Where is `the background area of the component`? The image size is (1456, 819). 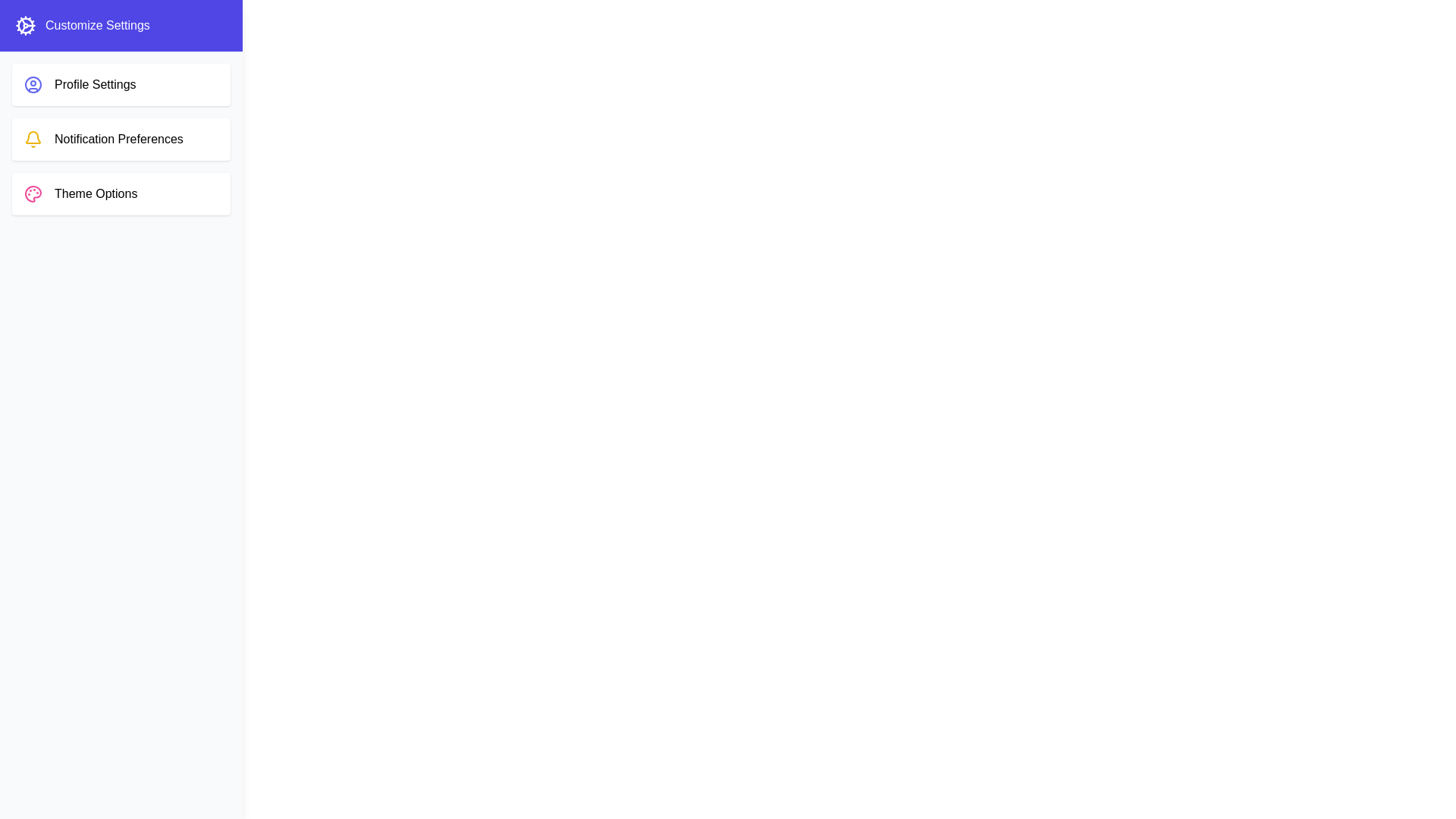
the background area of the component is located at coordinates (378, 378).